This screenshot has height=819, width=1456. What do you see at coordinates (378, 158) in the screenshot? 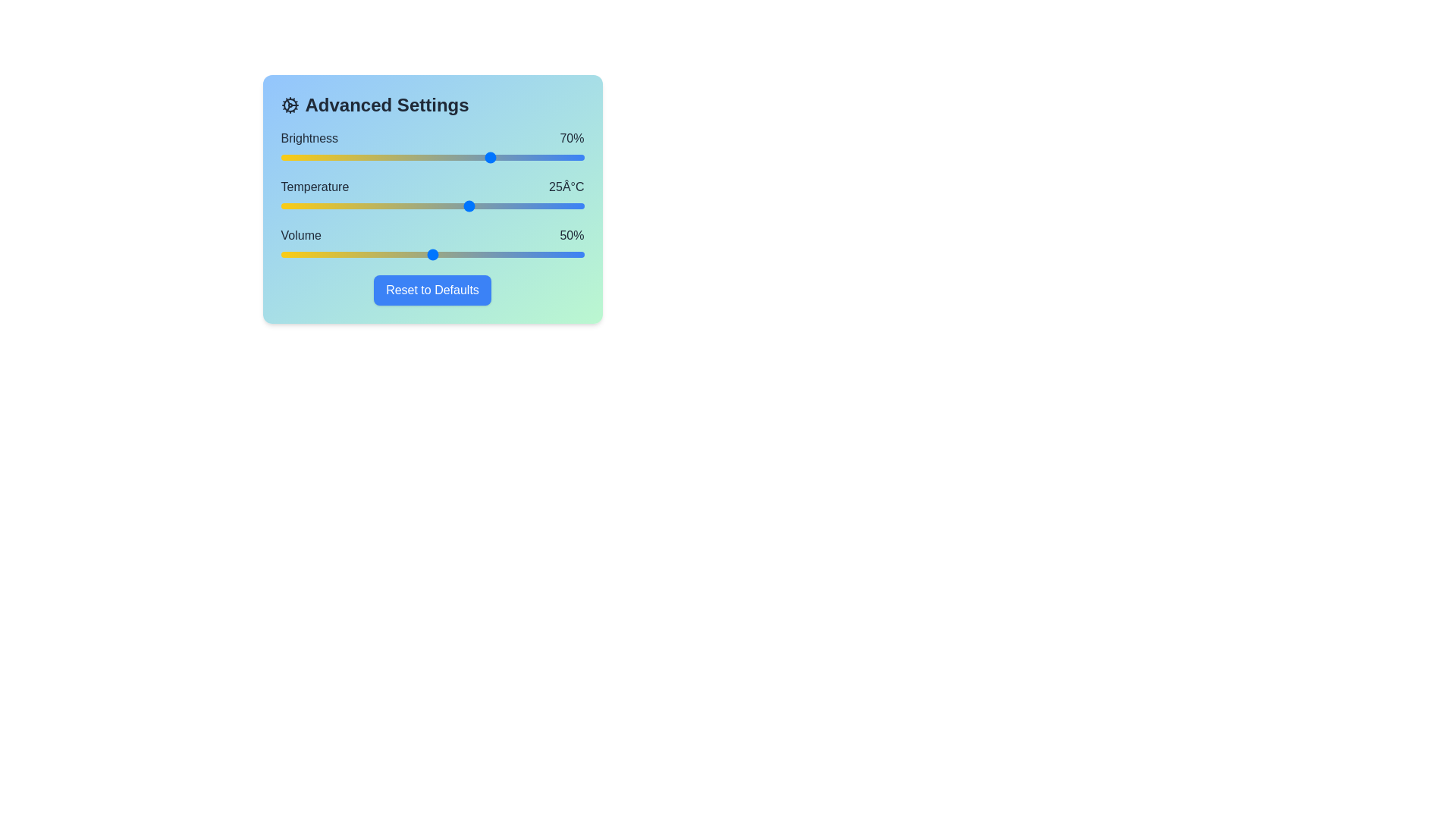
I see `the brightness slider to 32%` at bounding box center [378, 158].